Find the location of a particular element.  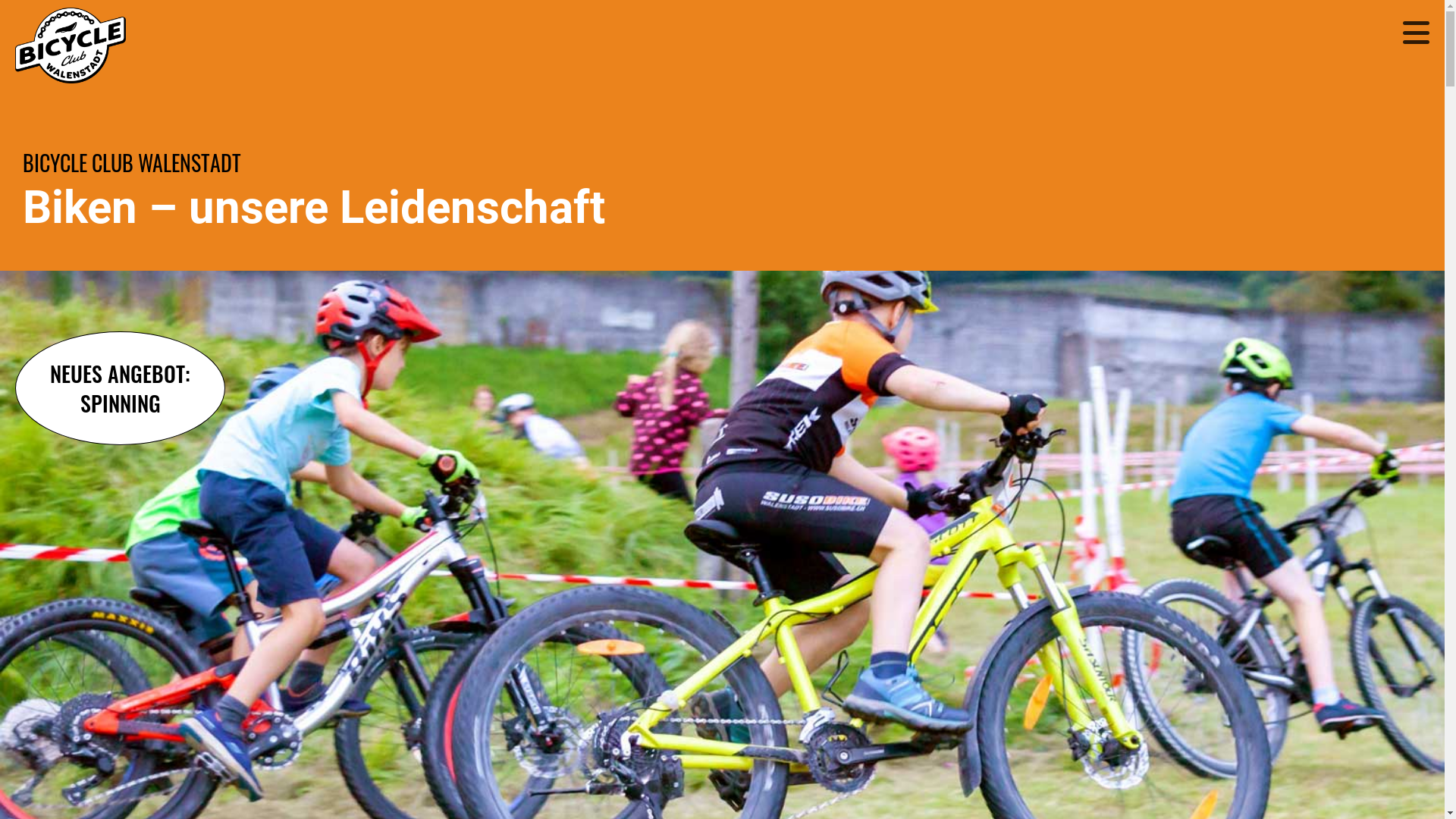

'NEUES ANGEBOT: is located at coordinates (14, 388).